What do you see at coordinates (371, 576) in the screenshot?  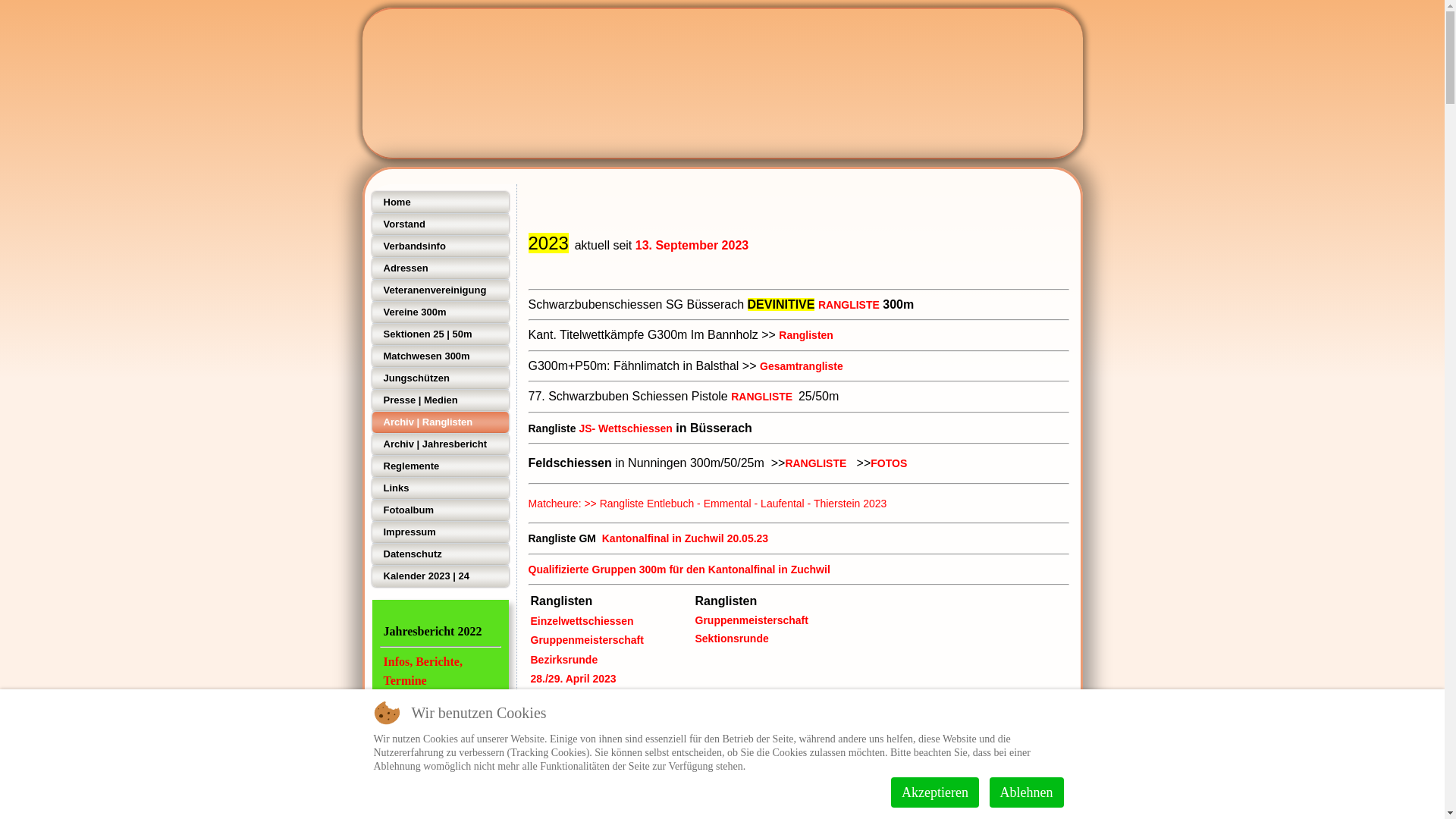 I see `'Kalender 2023 | 24'` at bounding box center [371, 576].